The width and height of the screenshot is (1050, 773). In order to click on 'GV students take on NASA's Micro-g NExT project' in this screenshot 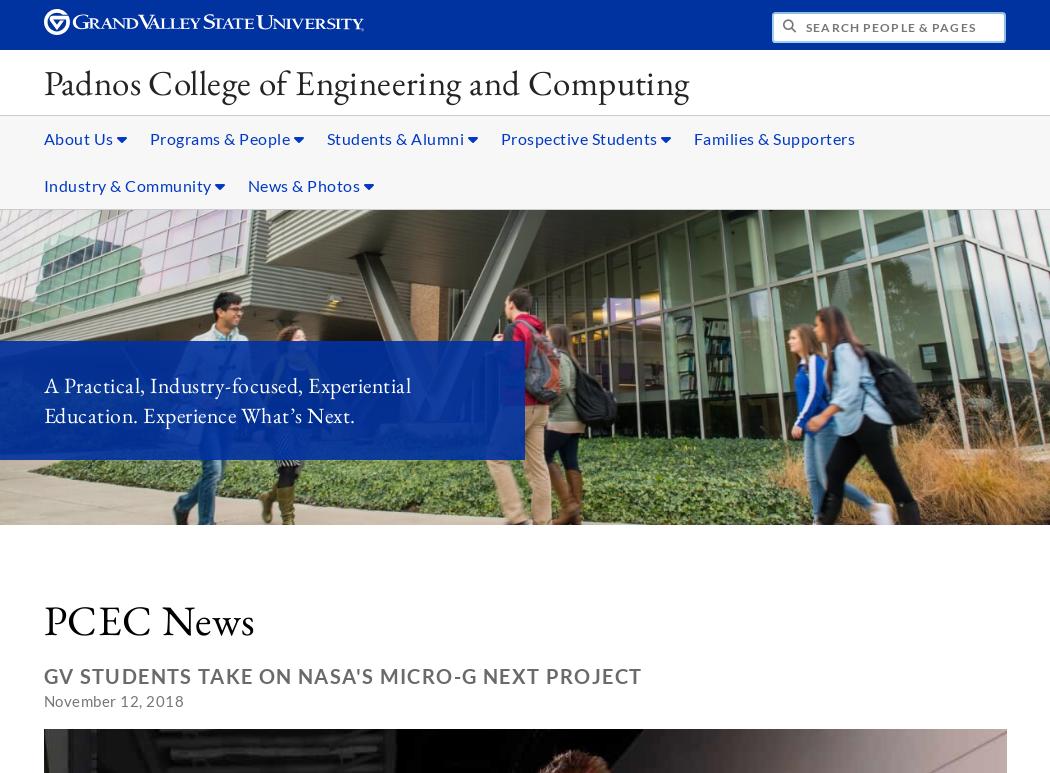, I will do `click(341, 674)`.